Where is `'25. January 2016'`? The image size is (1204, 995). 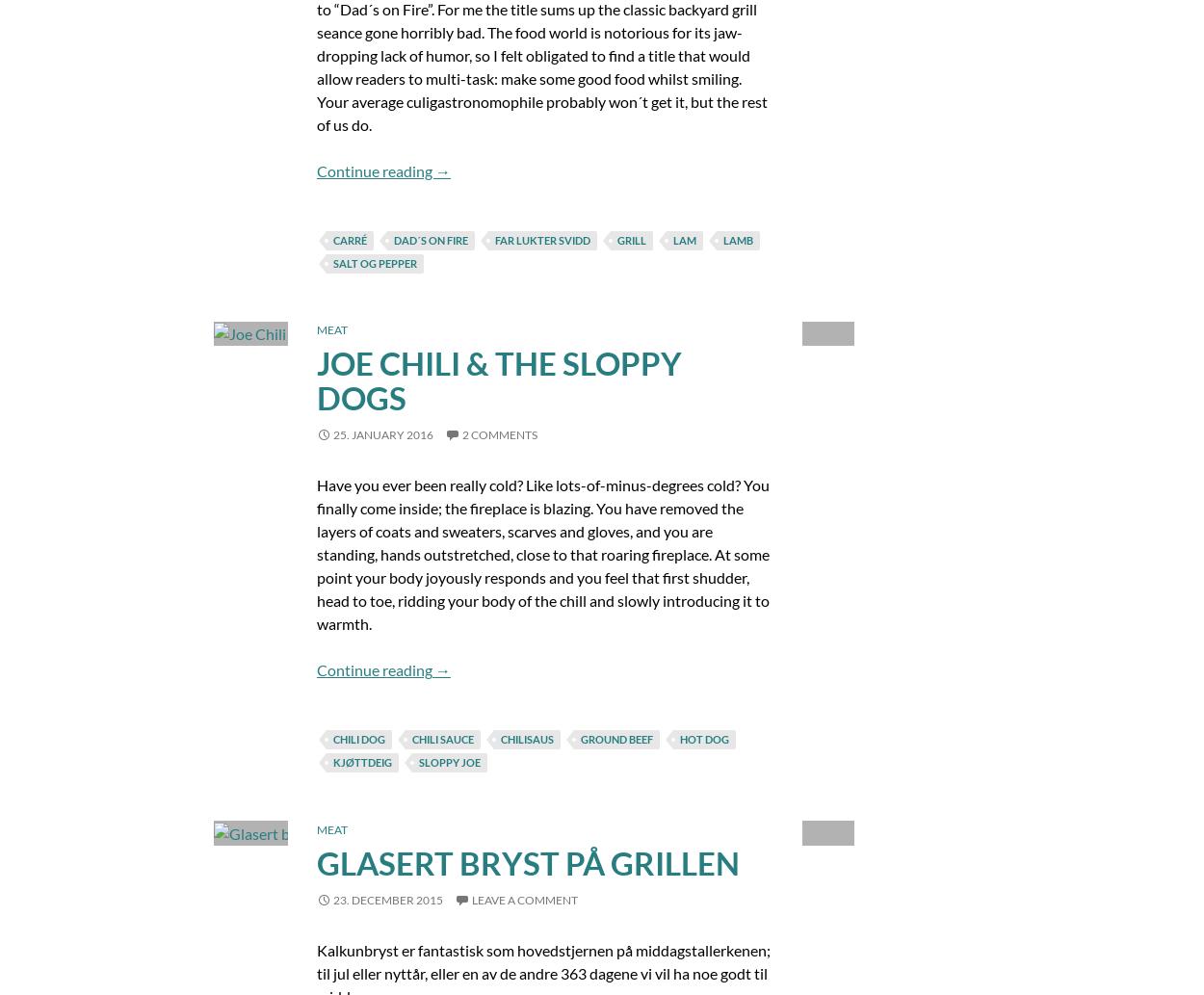
'25. January 2016' is located at coordinates (382, 434).